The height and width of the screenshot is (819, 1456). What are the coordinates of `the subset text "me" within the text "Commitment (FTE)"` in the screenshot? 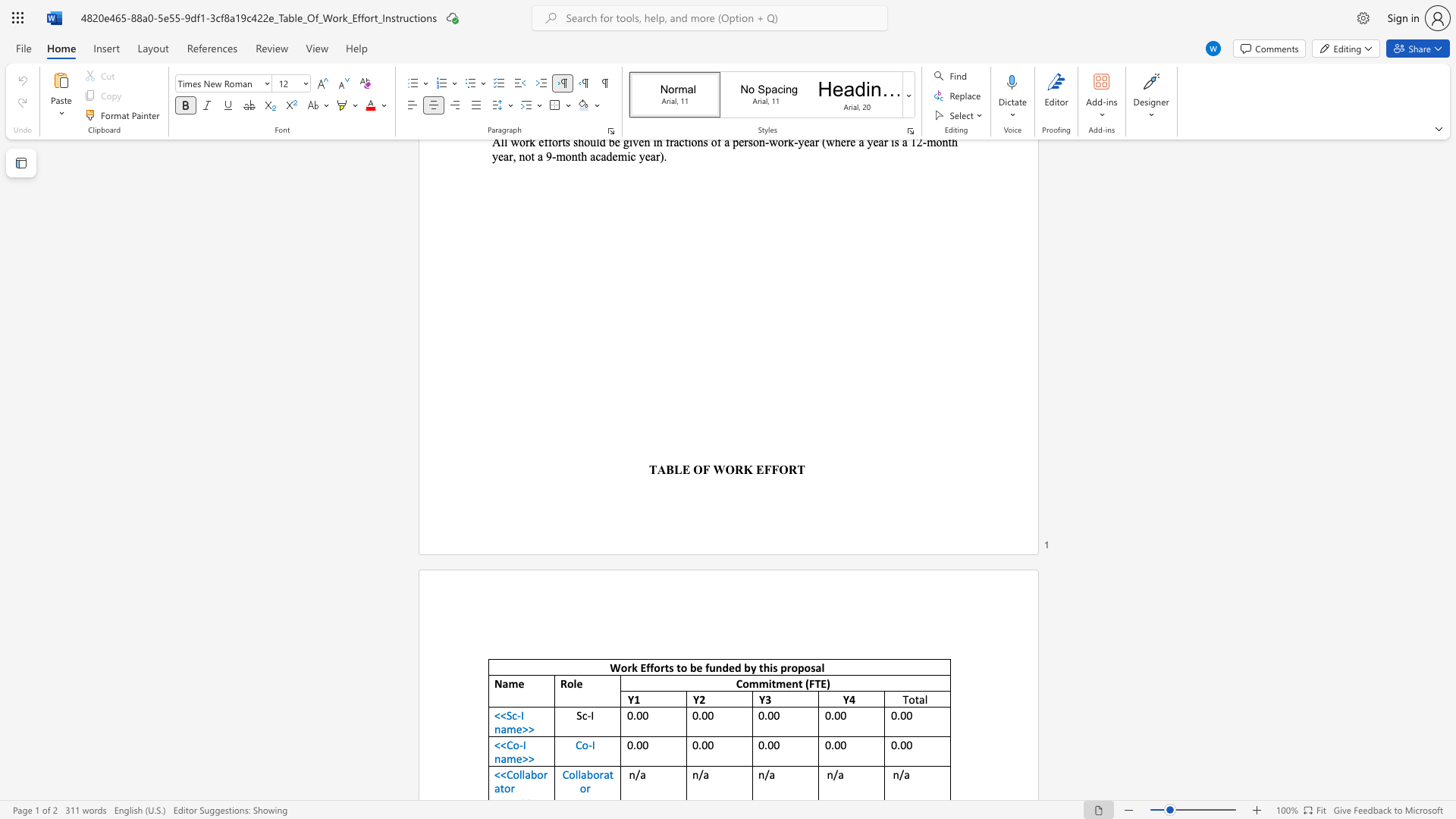 It's located at (776, 683).